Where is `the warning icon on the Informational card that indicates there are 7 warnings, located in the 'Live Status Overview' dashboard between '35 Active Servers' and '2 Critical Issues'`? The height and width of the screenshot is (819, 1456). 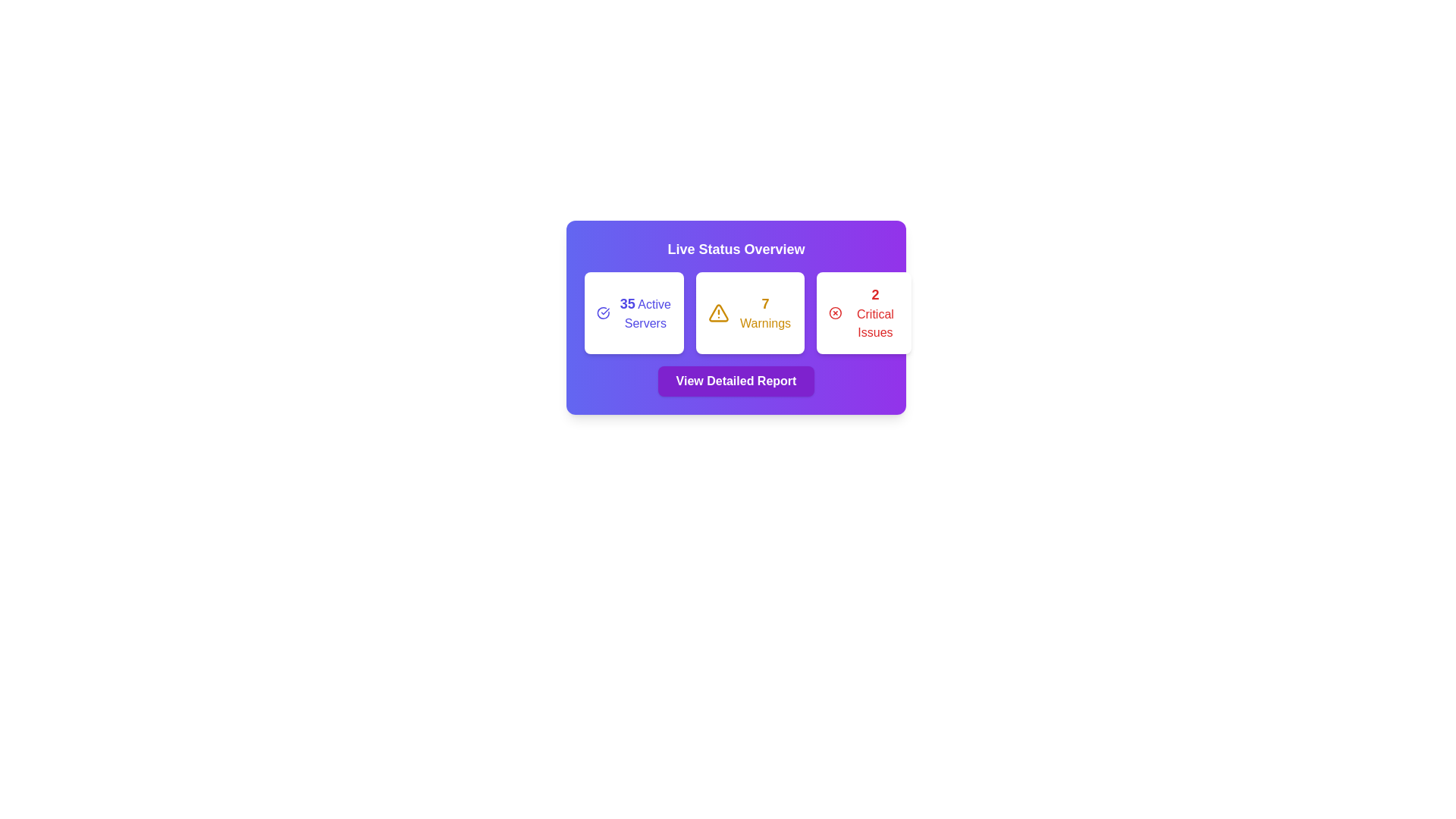
the warning icon on the Informational card that indicates there are 7 warnings, located in the 'Live Status Overview' dashboard between '35 Active Servers' and '2 Critical Issues' is located at coordinates (736, 312).